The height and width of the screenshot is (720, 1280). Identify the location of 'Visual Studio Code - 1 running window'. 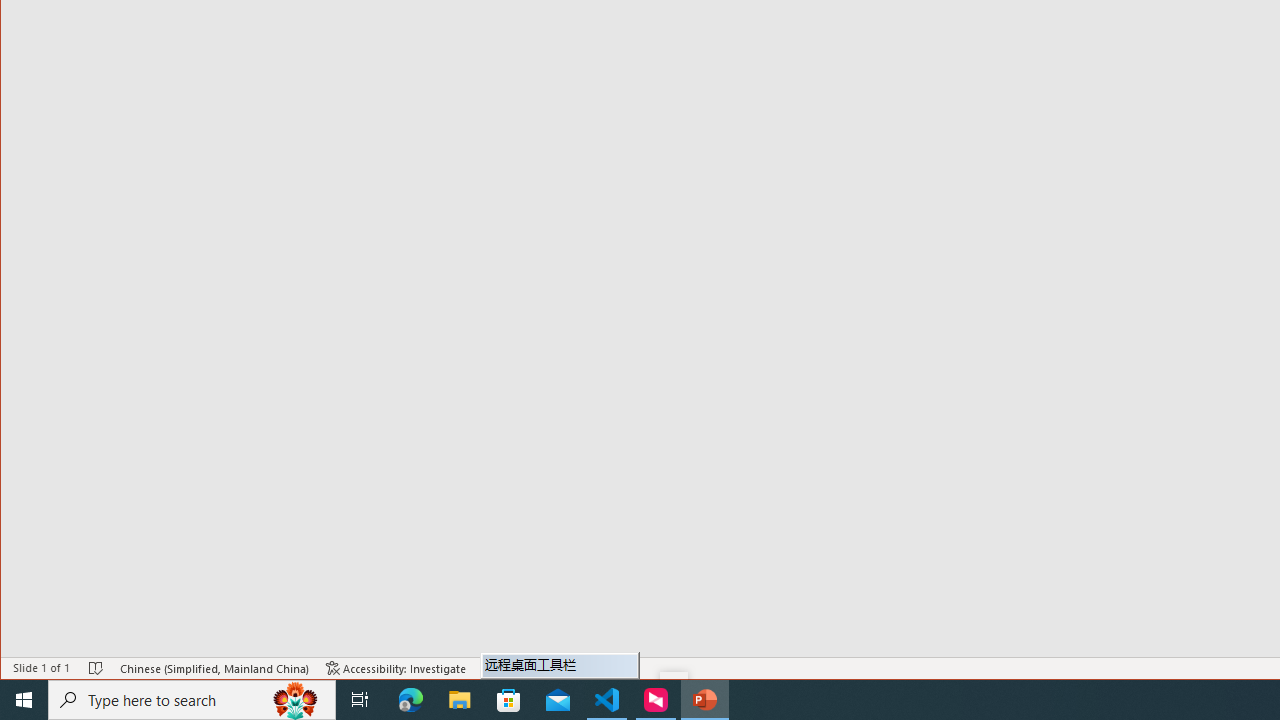
(606, 698).